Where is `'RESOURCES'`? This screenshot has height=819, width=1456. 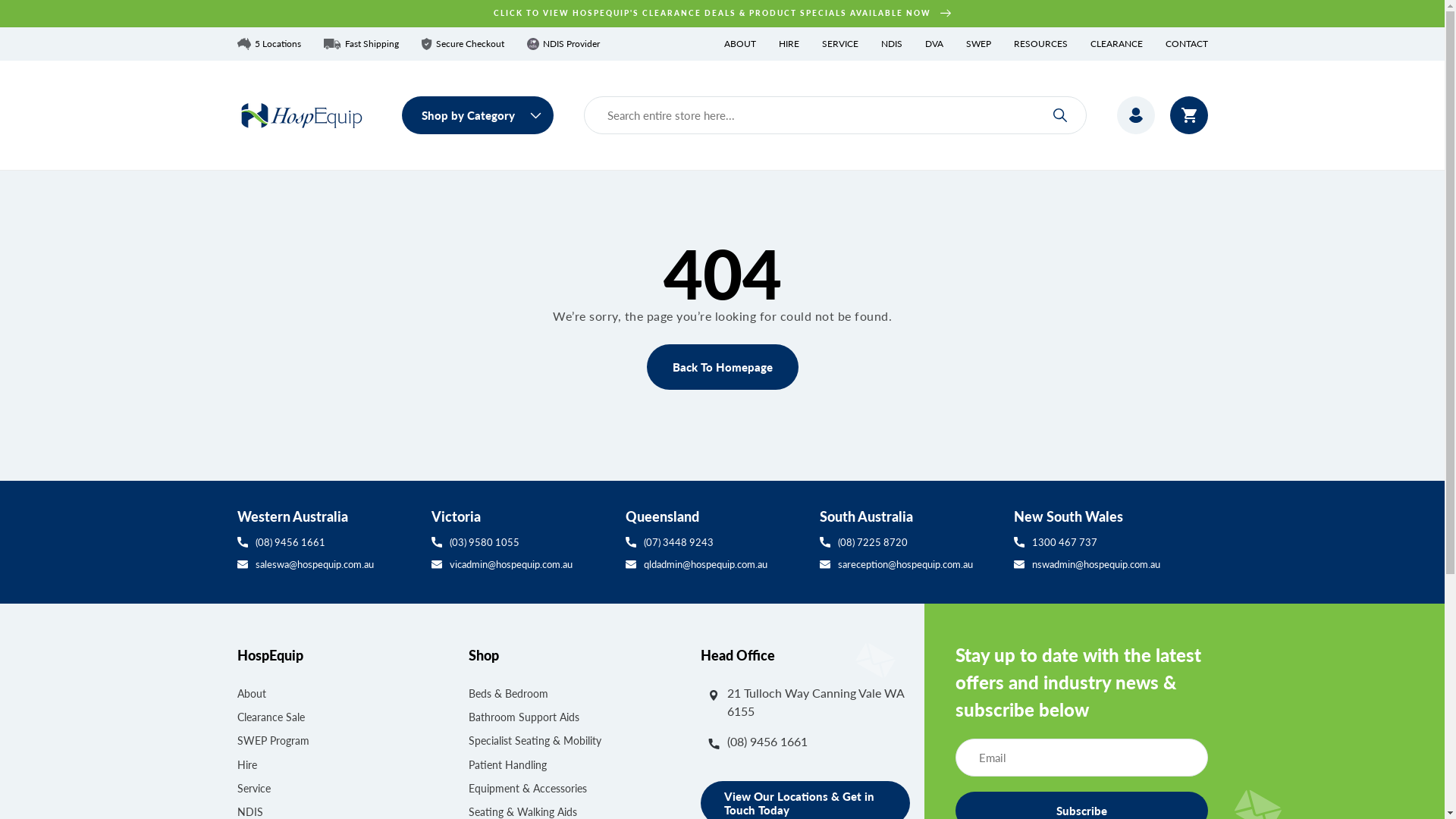
'RESOURCES' is located at coordinates (1039, 42).